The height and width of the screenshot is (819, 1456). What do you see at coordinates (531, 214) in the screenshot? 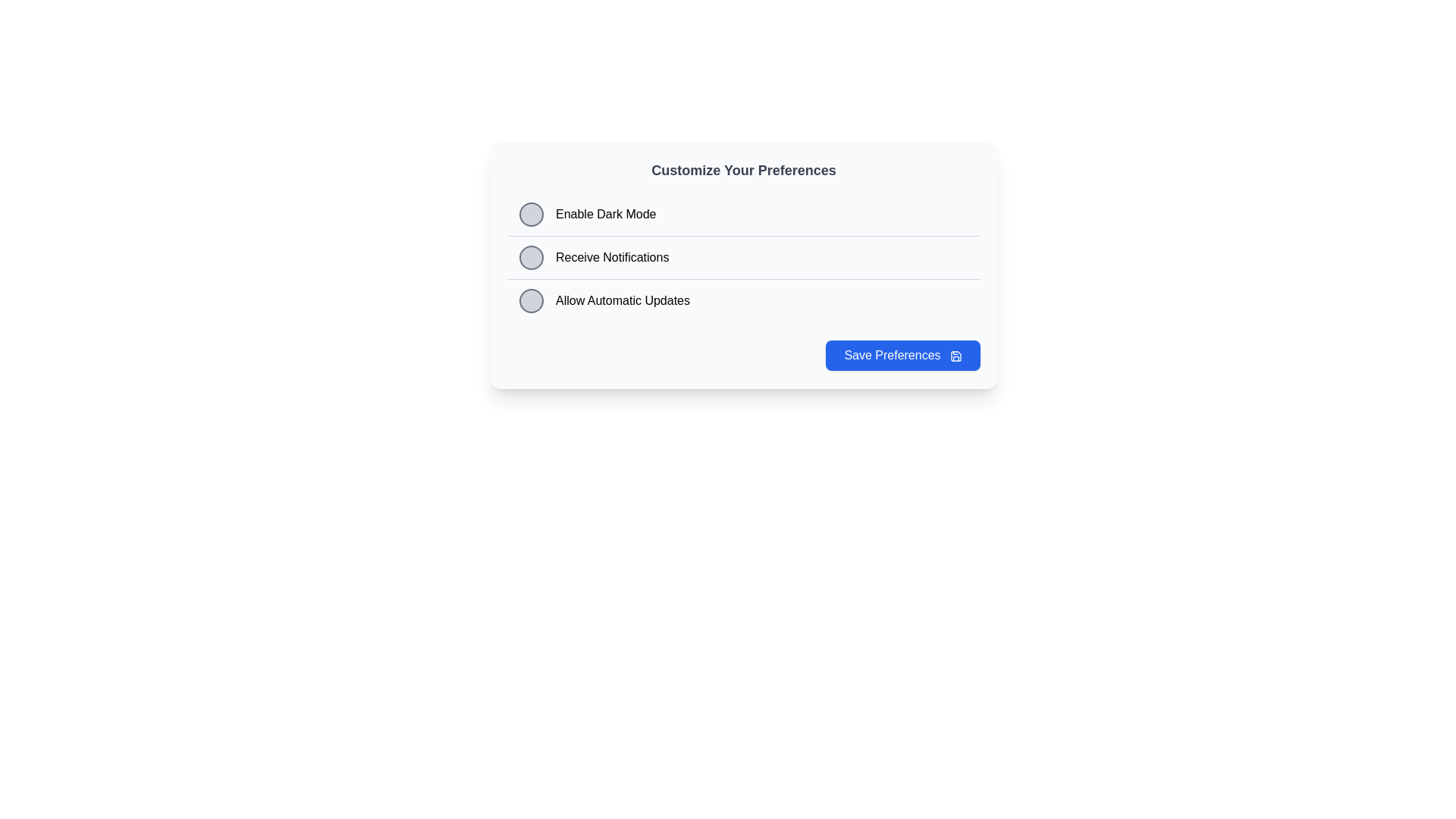
I see `the radio button` at bounding box center [531, 214].